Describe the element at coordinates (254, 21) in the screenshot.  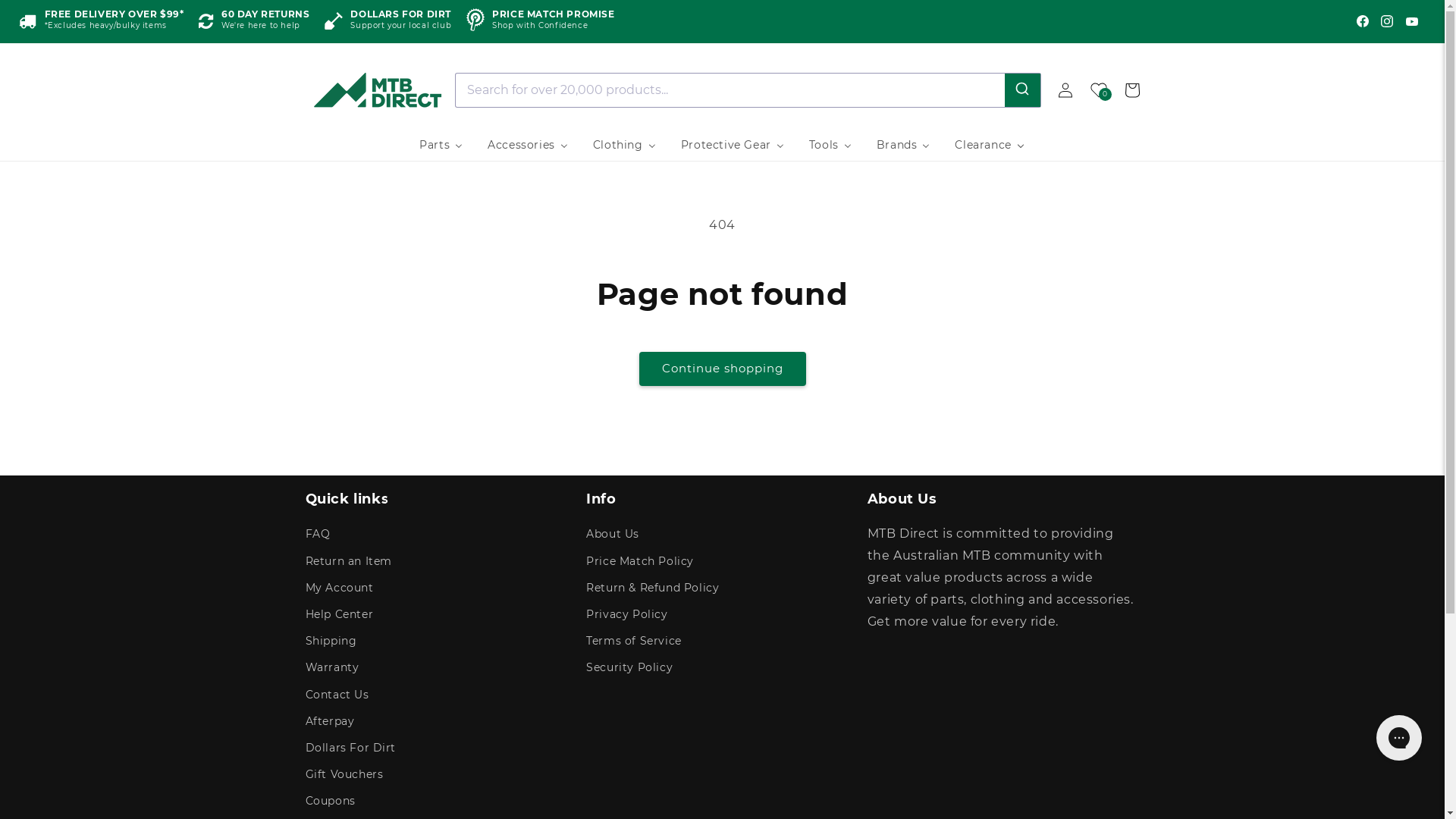
I see `'60 DAY RETURNS` at that location.